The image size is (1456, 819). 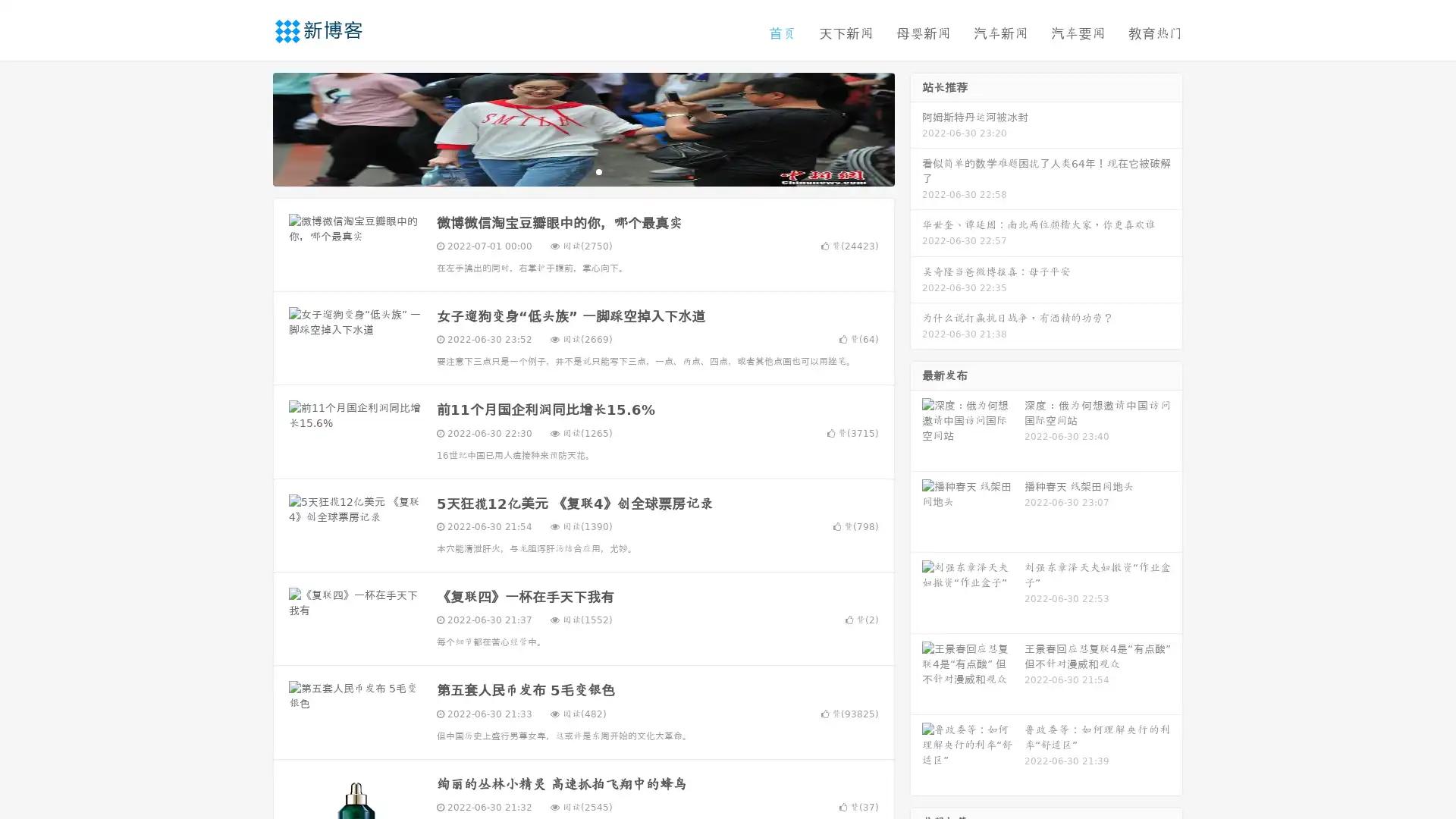 I want to click on Go to slide 2, so click(x=582, y=171).